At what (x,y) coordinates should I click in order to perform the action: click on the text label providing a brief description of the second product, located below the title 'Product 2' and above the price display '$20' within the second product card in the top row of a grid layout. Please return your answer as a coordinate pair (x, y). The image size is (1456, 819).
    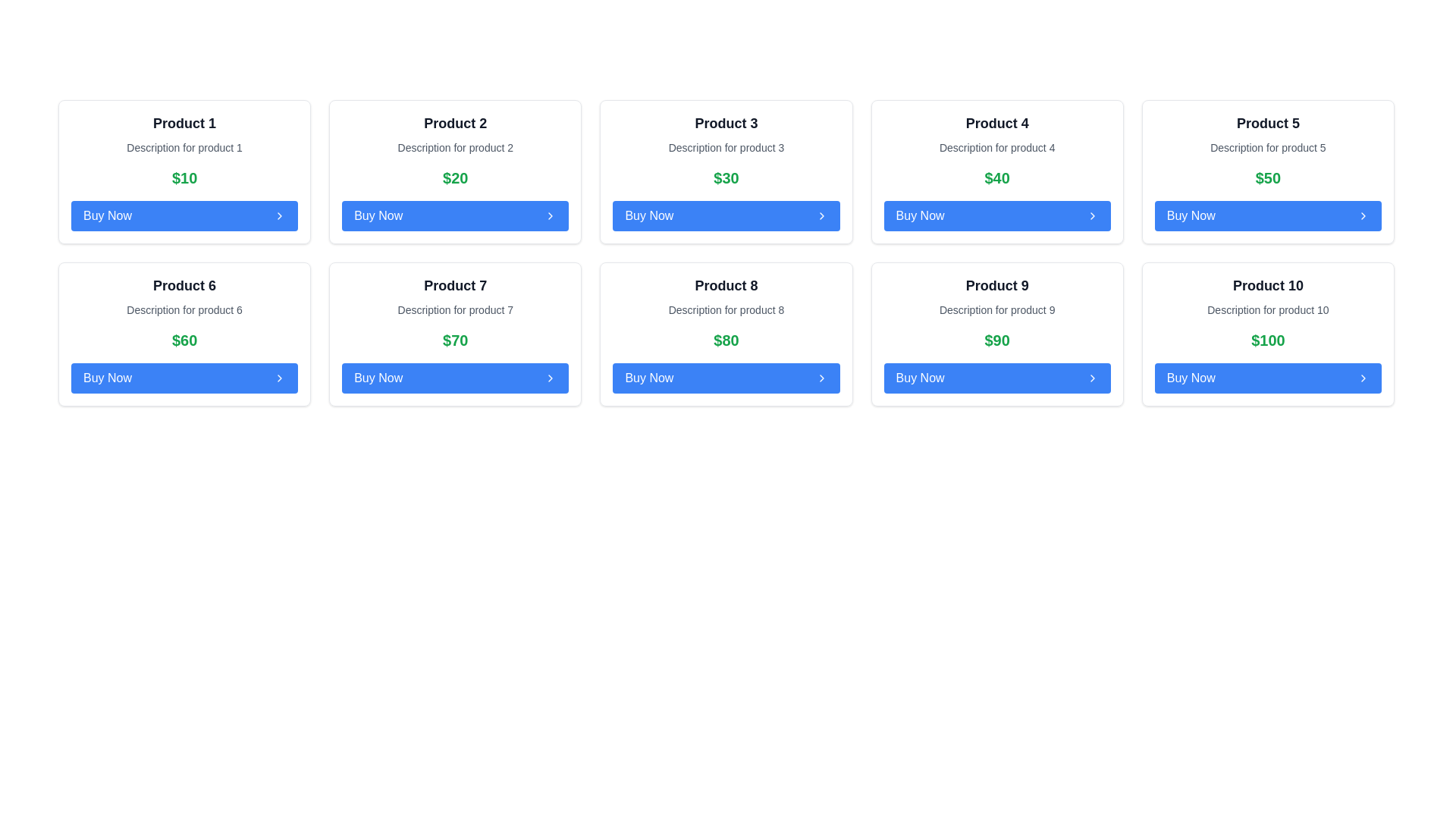
    Looking at the image, I should click on (454, 148).